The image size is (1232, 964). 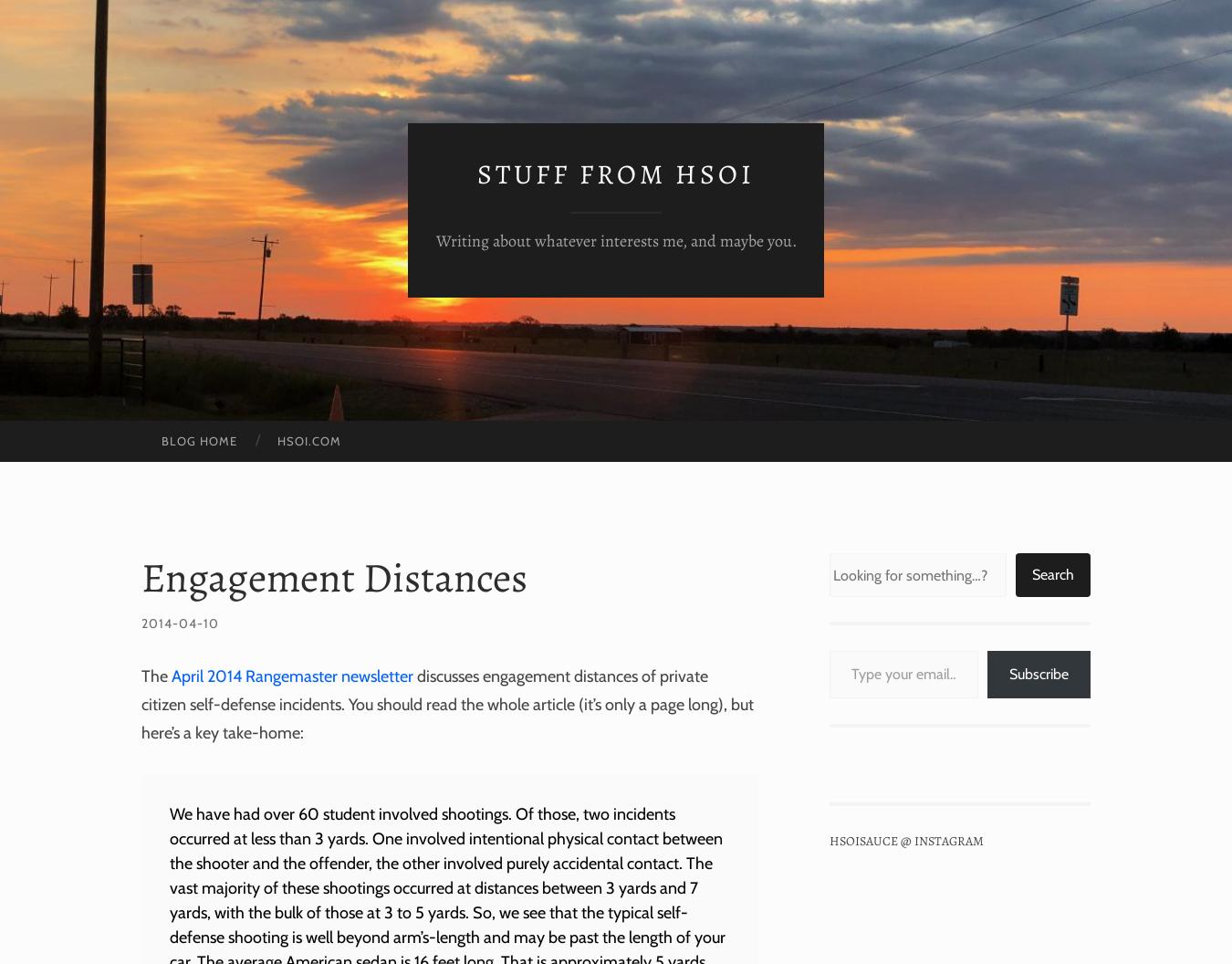 I want to click on 'Engagement Distances', so click(x=141, y=576).